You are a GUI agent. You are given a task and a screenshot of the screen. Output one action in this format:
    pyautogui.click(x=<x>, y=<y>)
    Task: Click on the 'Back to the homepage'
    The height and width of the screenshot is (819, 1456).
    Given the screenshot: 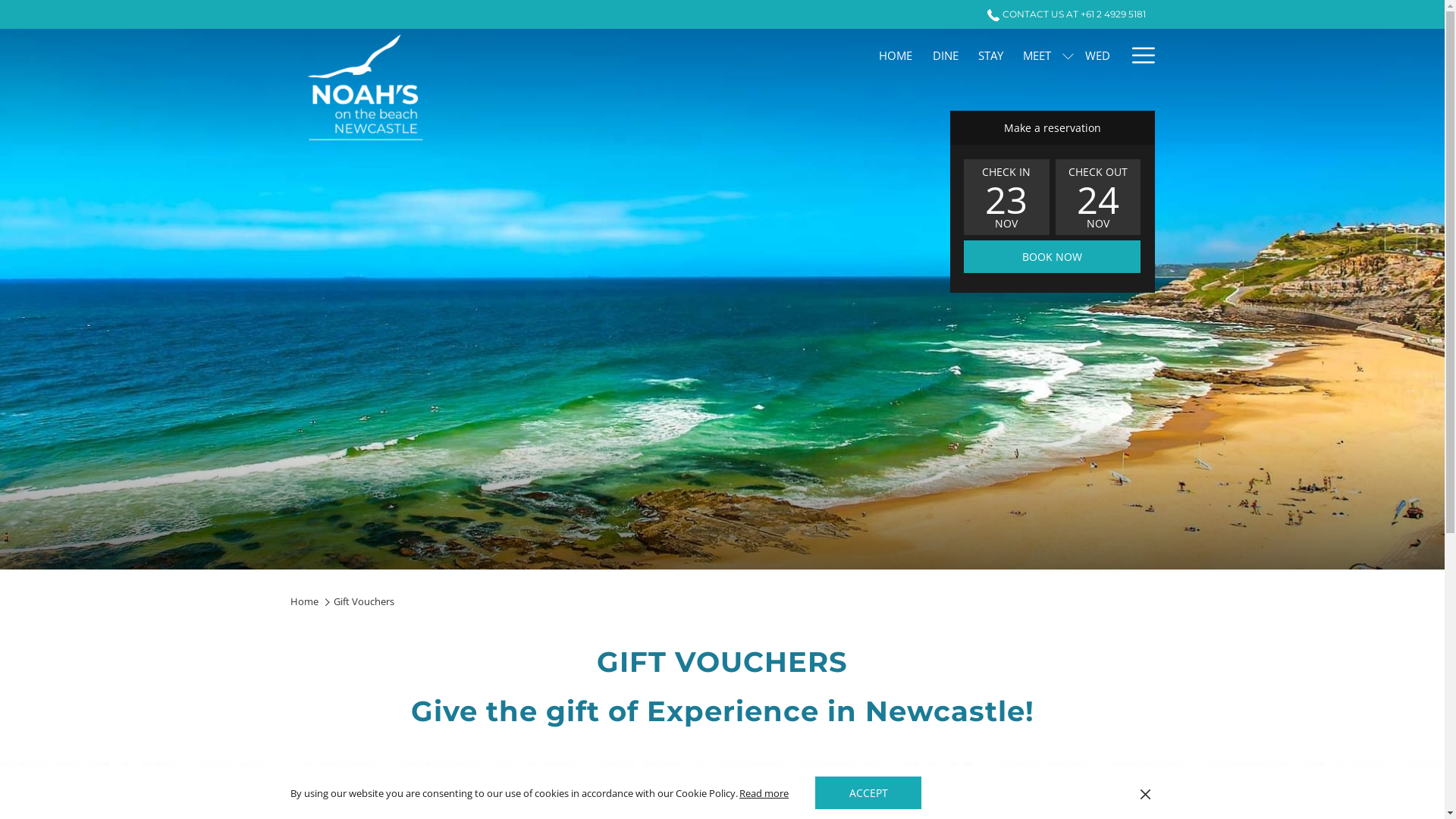 What is the action you would take?
    pyautogui.click(x=365, y=93)
    